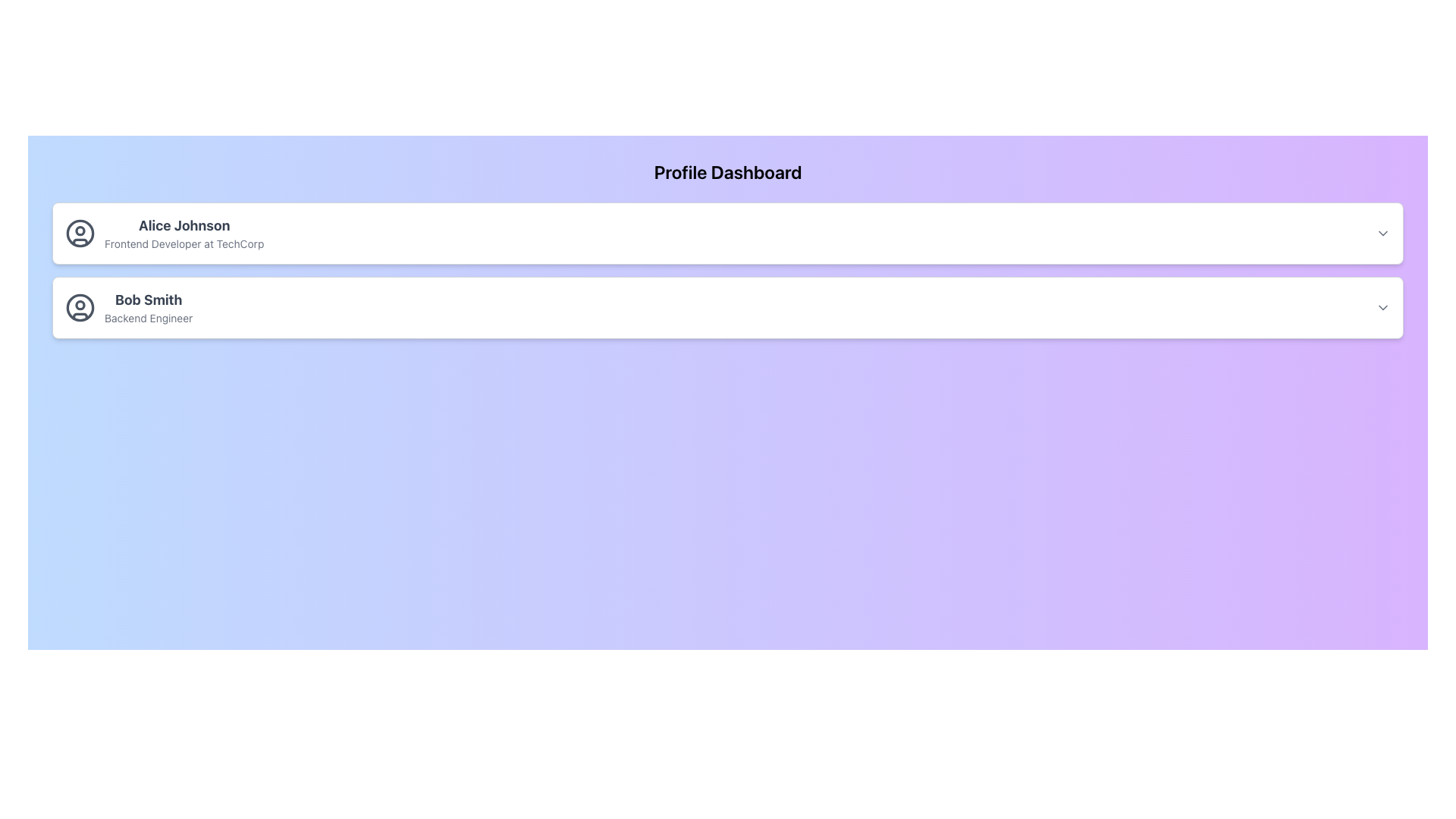 The height and width of the screenshot is (819, 1456). What do you see at coordinates (79, 307) in the screenshot?
I see `the circular gray icon located in the middle-left section of the 'Bob Smith' user profile card` at bounding box center [79, 307].